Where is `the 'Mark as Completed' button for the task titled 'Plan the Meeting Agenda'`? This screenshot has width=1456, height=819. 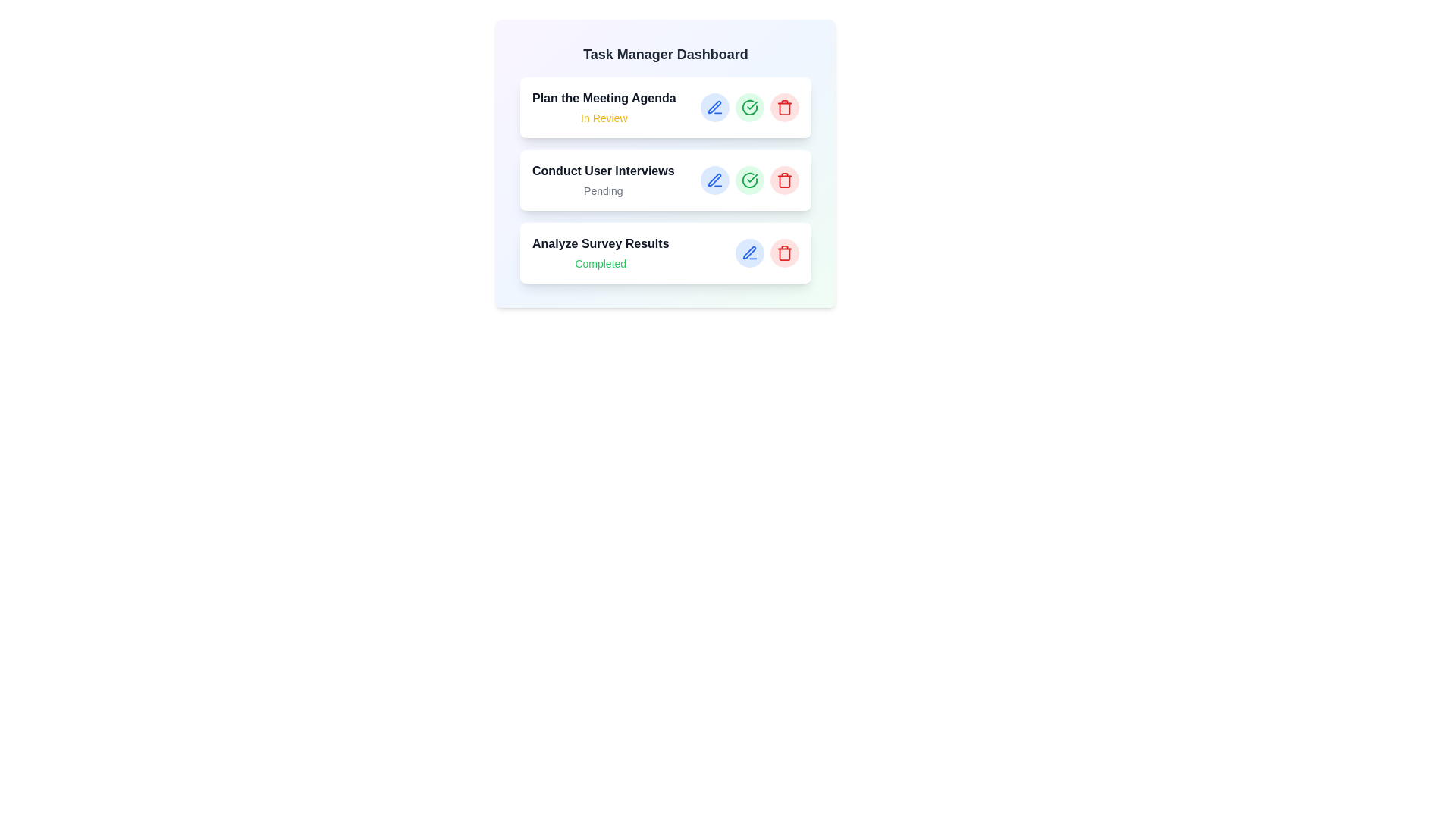 the 'Mark as Completed' button for the task titled 'Plan the Meeting Agenda' is located at coordinates (749, 107).